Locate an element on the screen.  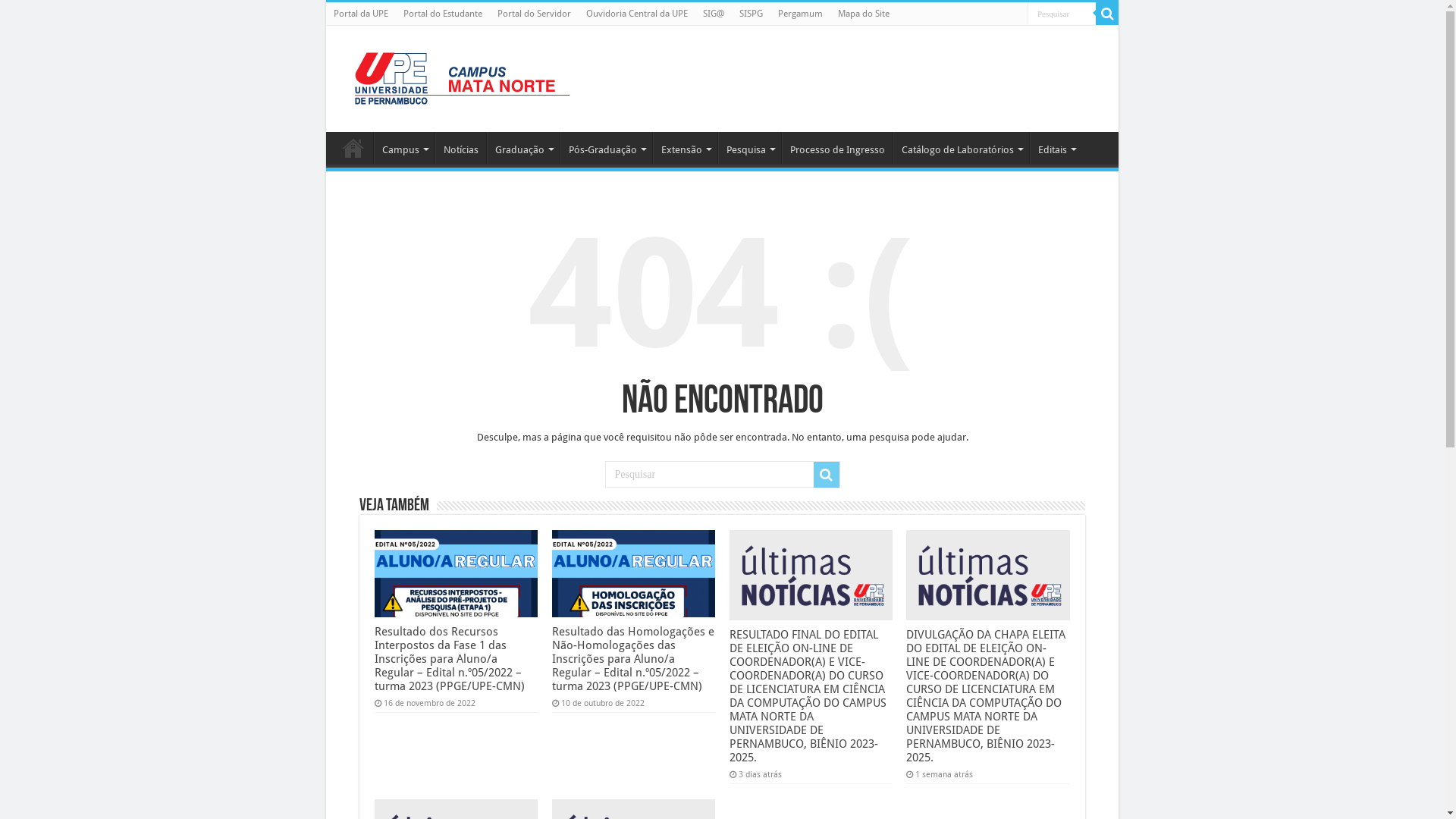
'Mapa do Site' is located at coordinates (863, 14).